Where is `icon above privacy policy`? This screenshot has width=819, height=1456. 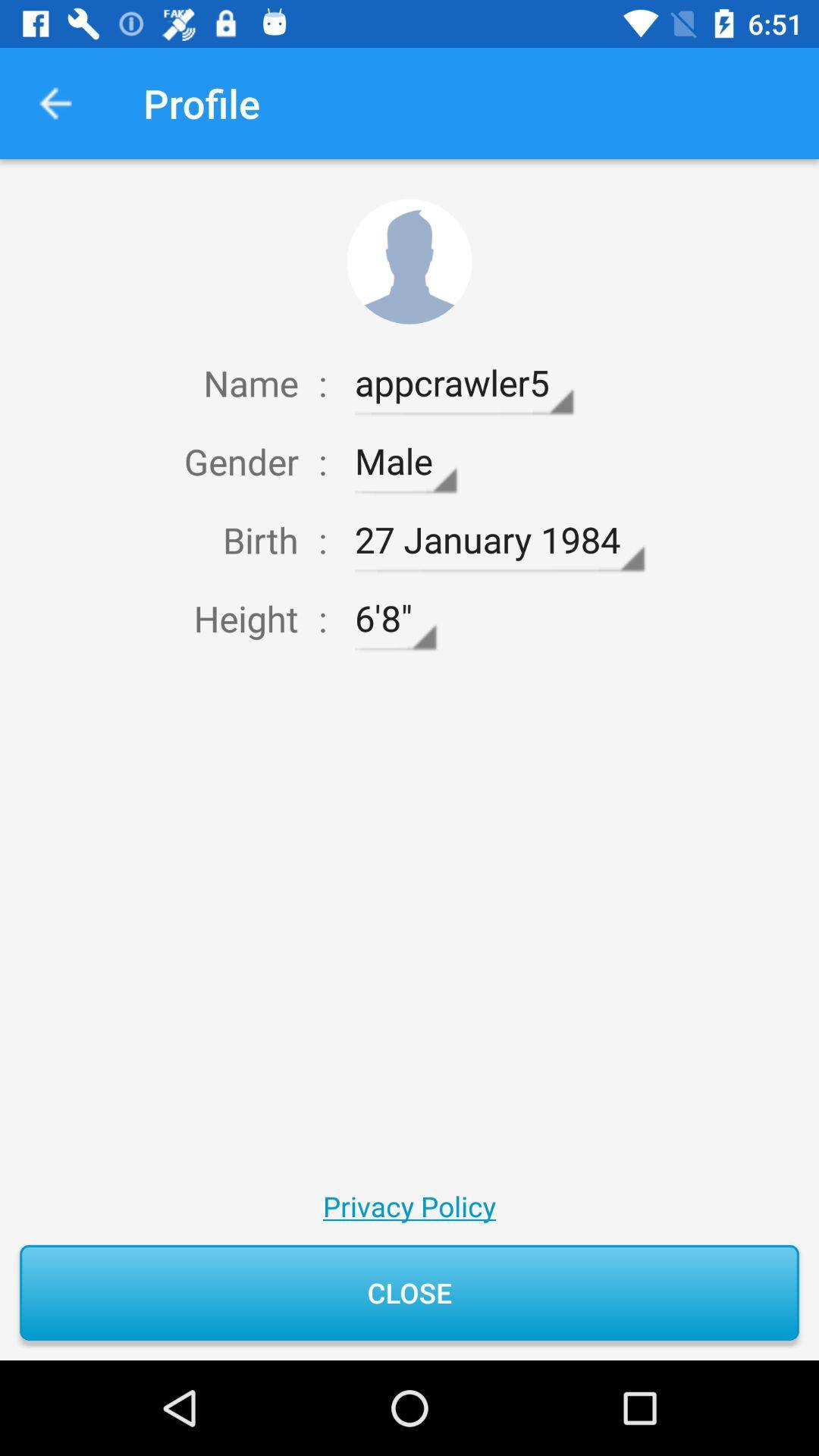 icon above privacy policy is located at coordinates (394, 619).